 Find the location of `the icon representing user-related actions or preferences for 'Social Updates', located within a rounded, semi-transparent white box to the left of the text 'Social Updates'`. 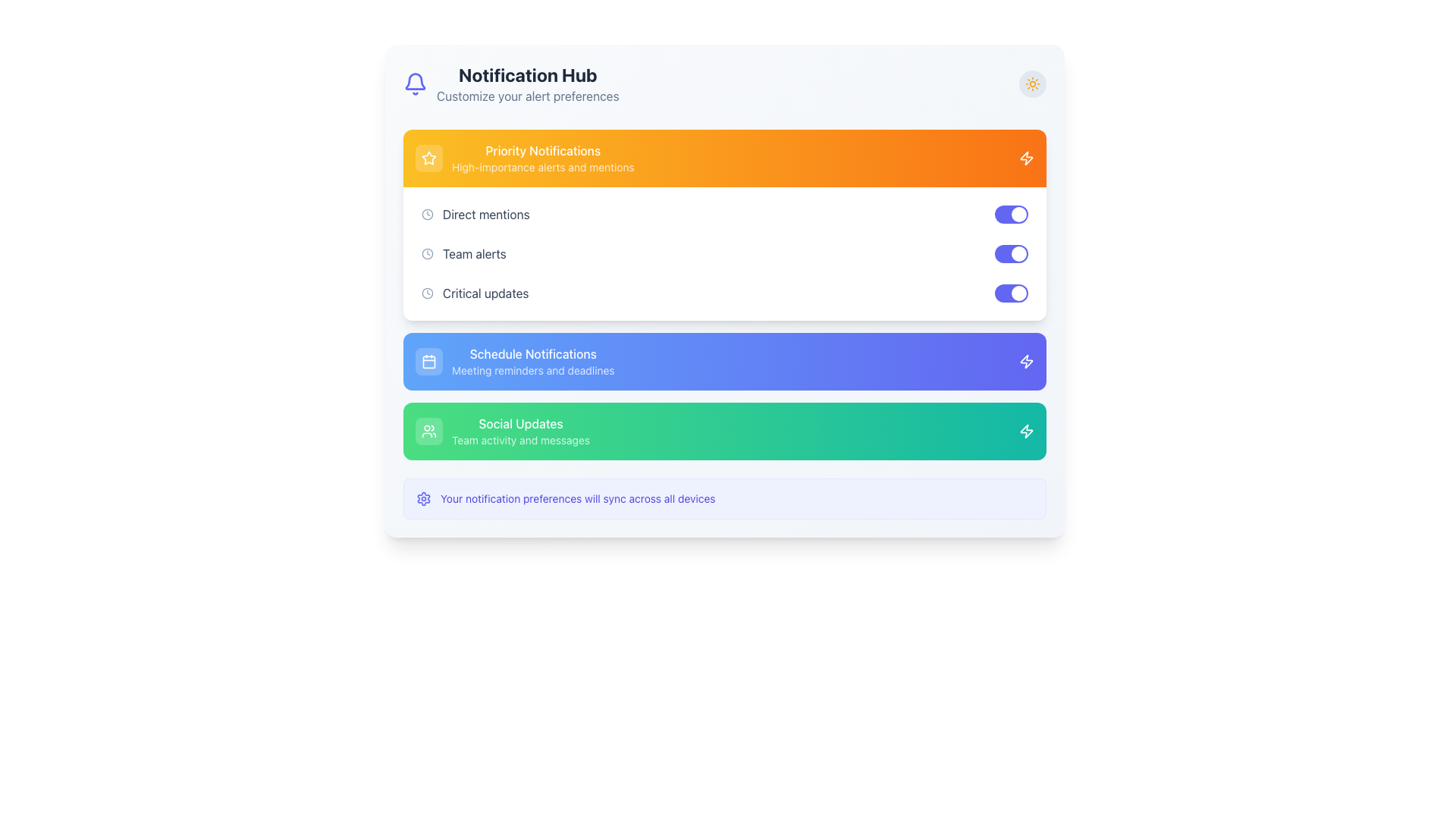

the icon representing user-related actions or preferences for 'Social Updates', located within a rounded, semi-transparent white box to the left of the text 'Social Updates' is located at coordinates (428, 431).